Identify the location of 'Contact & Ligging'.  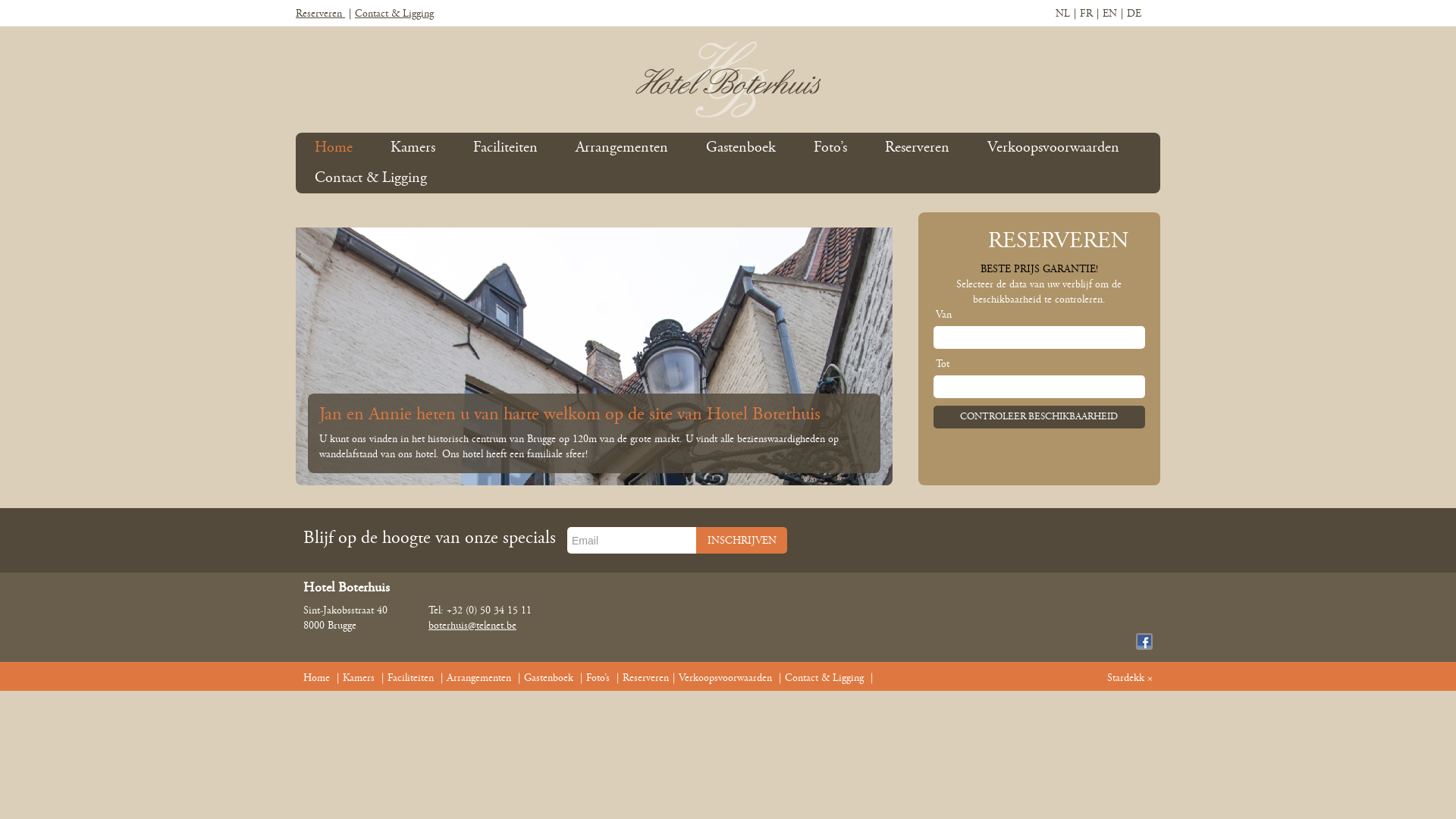
(394, 14).